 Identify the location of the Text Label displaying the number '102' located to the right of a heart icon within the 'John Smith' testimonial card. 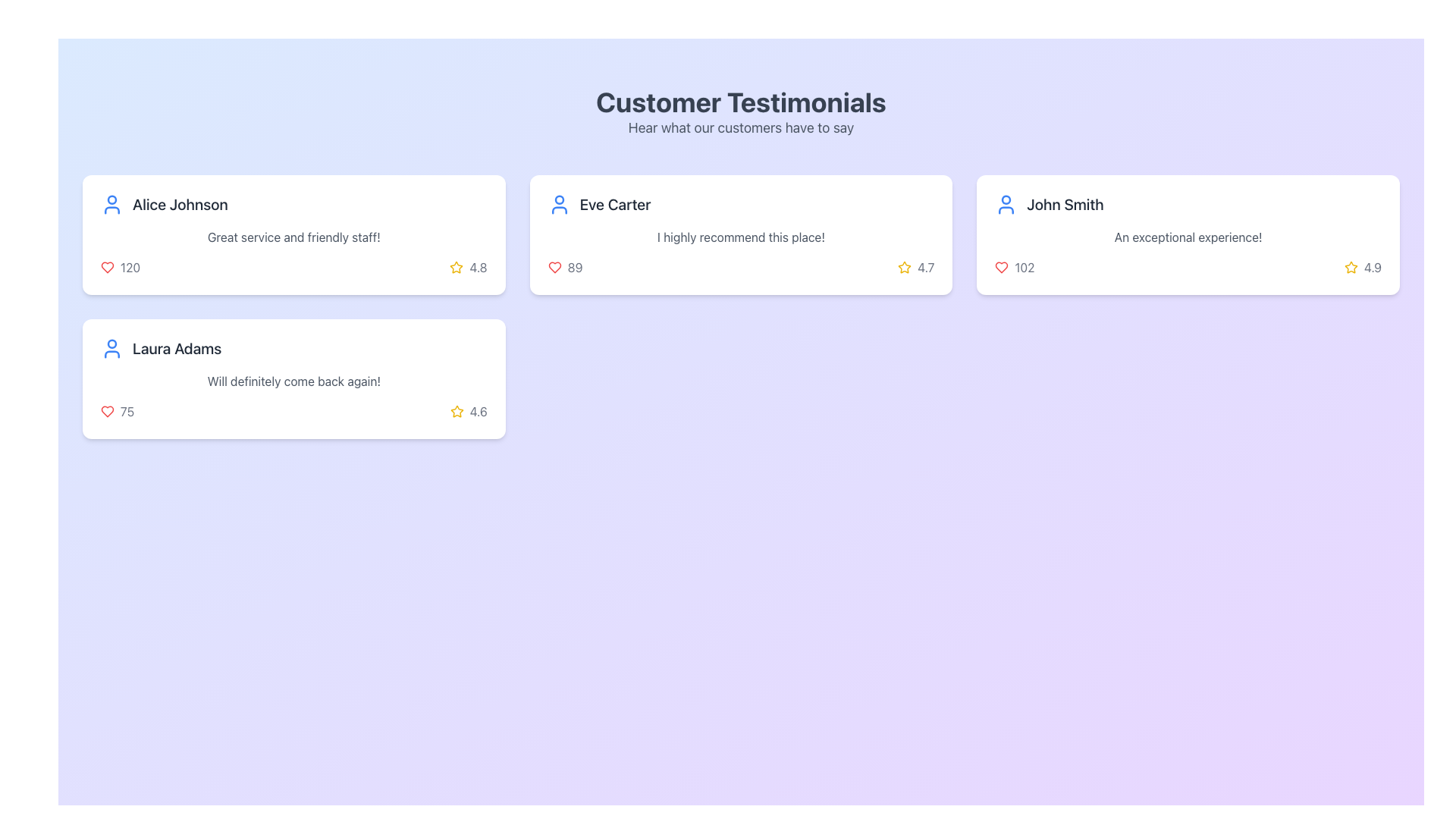
(1025, 267).